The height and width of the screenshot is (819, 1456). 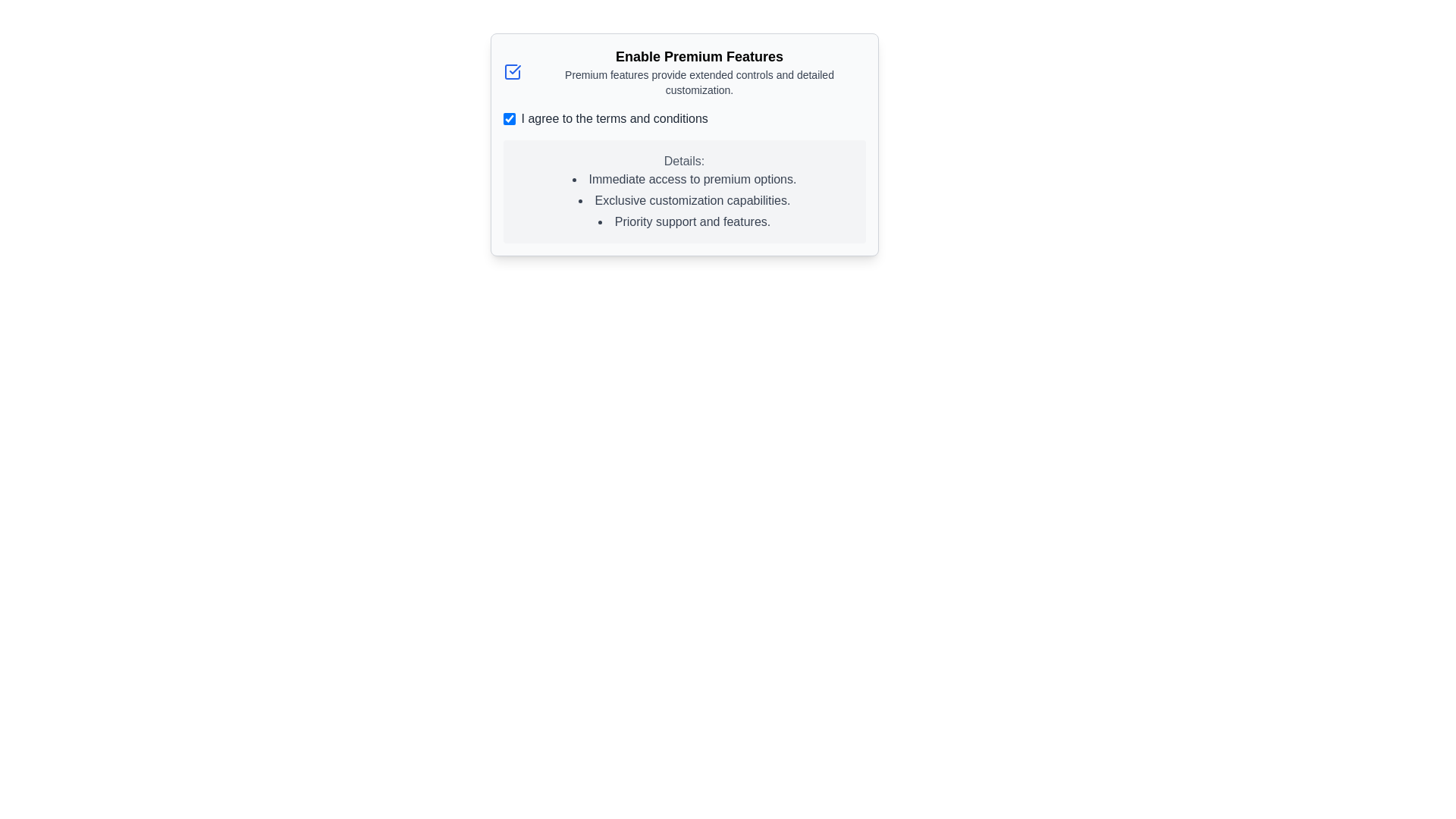 What do you see at coordinates (683, 178) in the screenshot?
I see `text element that displays 'Immediate access to premium options.' which is the first item in a bulleted list under the 'Details:' heading` at bounding box center [683, 178].